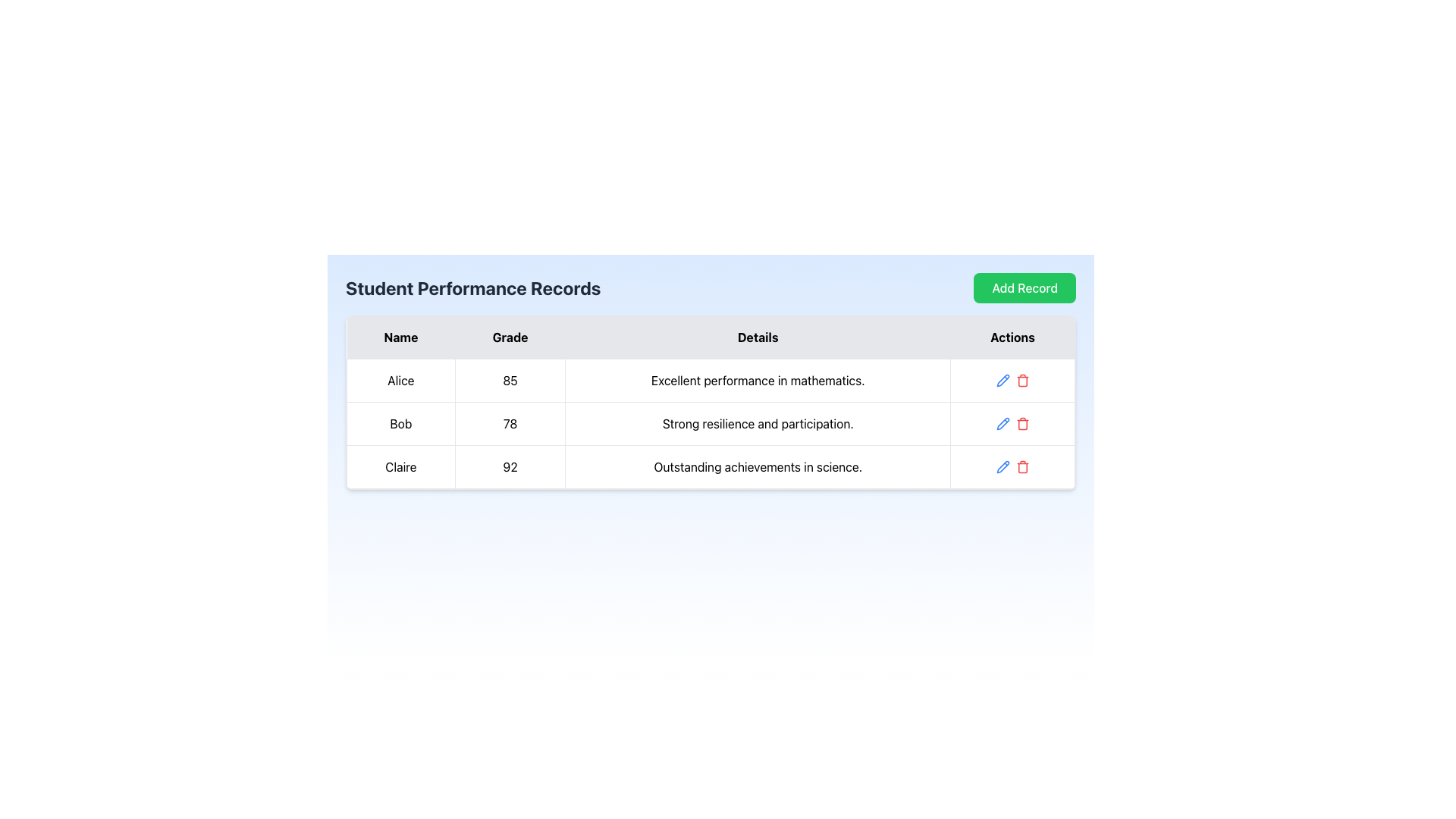  I want to click on the static text element that describes Alice's performance in mathematics with a grade of 85, which is located in the 'Details' column of the table, so click(758, 379).